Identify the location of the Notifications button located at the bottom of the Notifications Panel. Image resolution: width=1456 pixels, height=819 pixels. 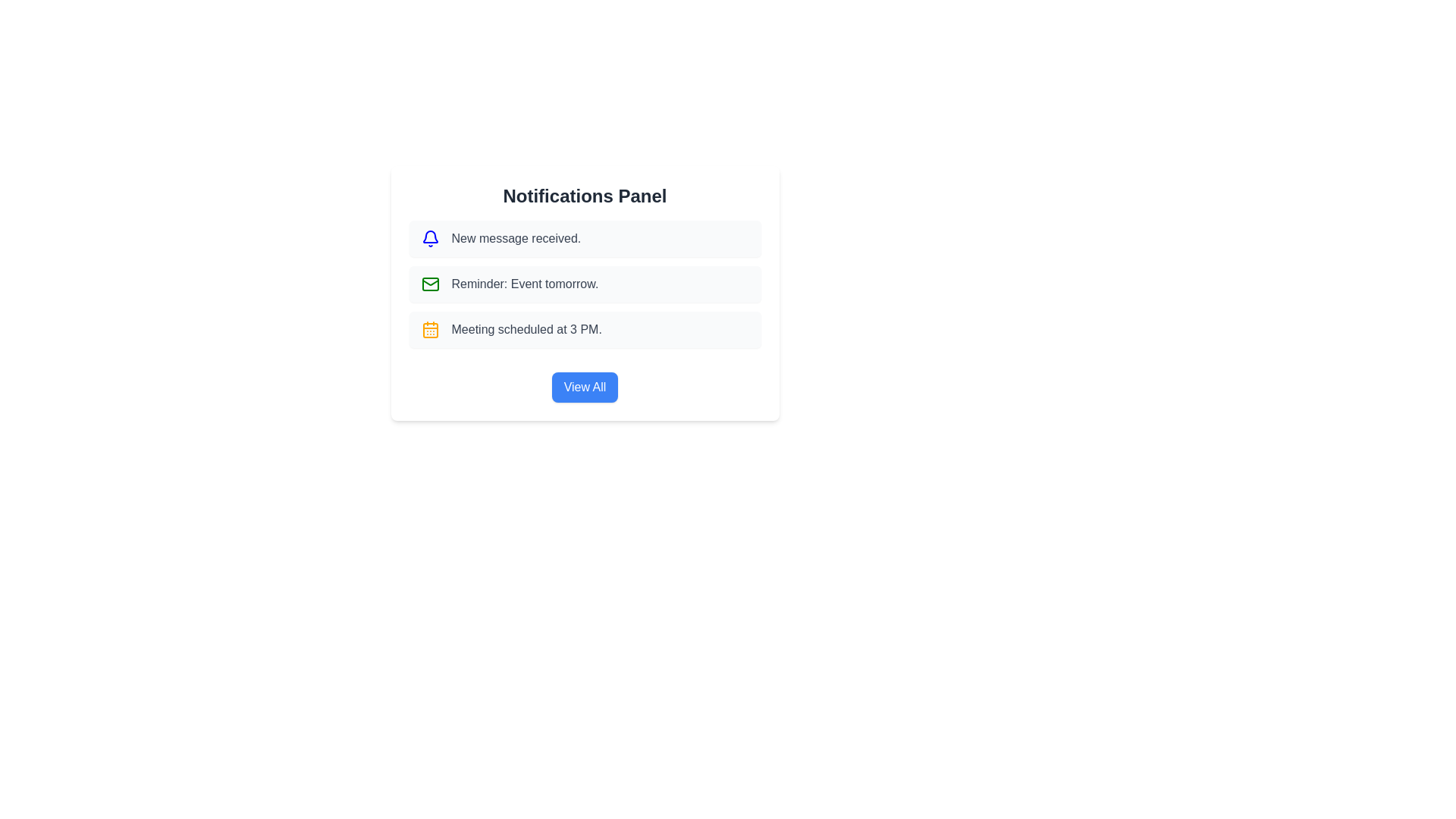
(584, 386).